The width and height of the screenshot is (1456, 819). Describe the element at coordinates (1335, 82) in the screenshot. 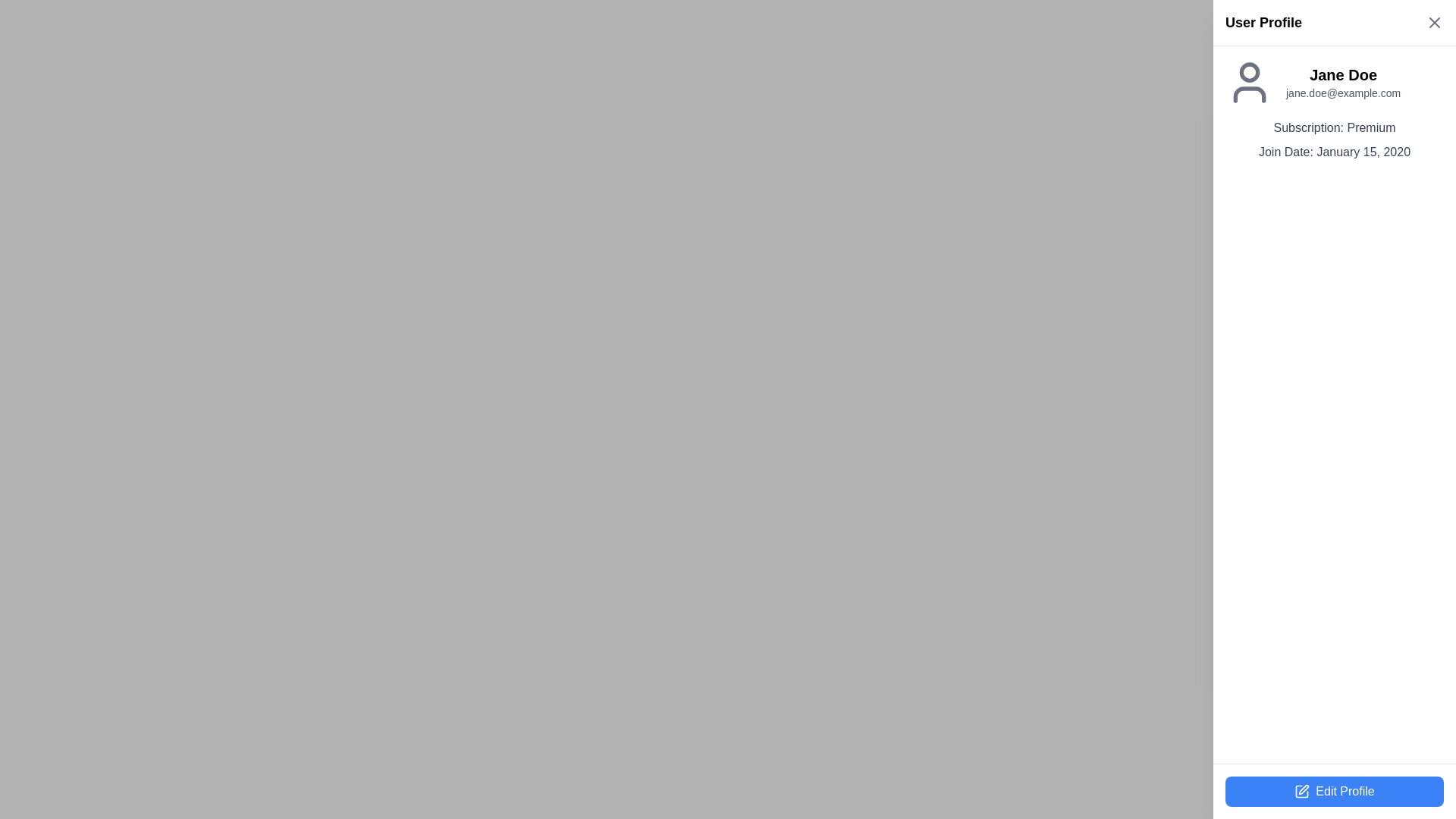

I see `the information in the list item displaying the user's name and email address, located beneath the 'User Profile' title in the top-right corner of the user profile view` at that location.